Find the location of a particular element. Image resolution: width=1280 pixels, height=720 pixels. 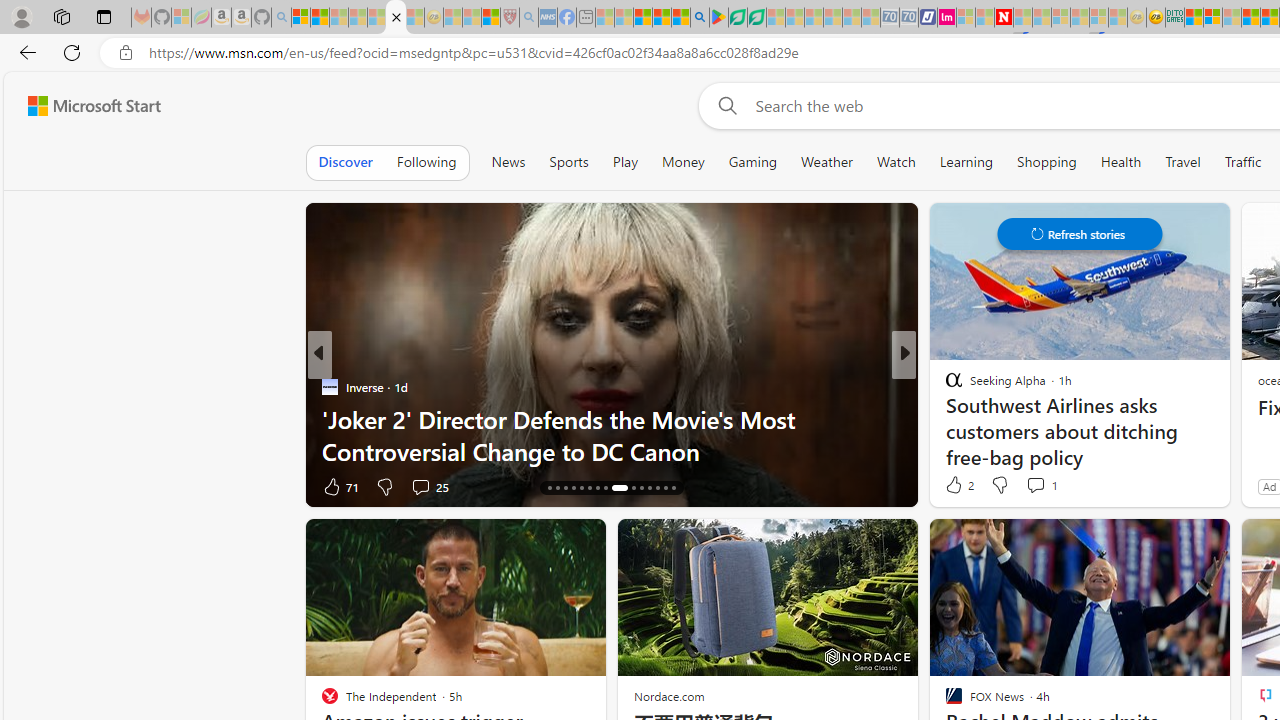

'16 Like' is located at coordinates (955, 486).